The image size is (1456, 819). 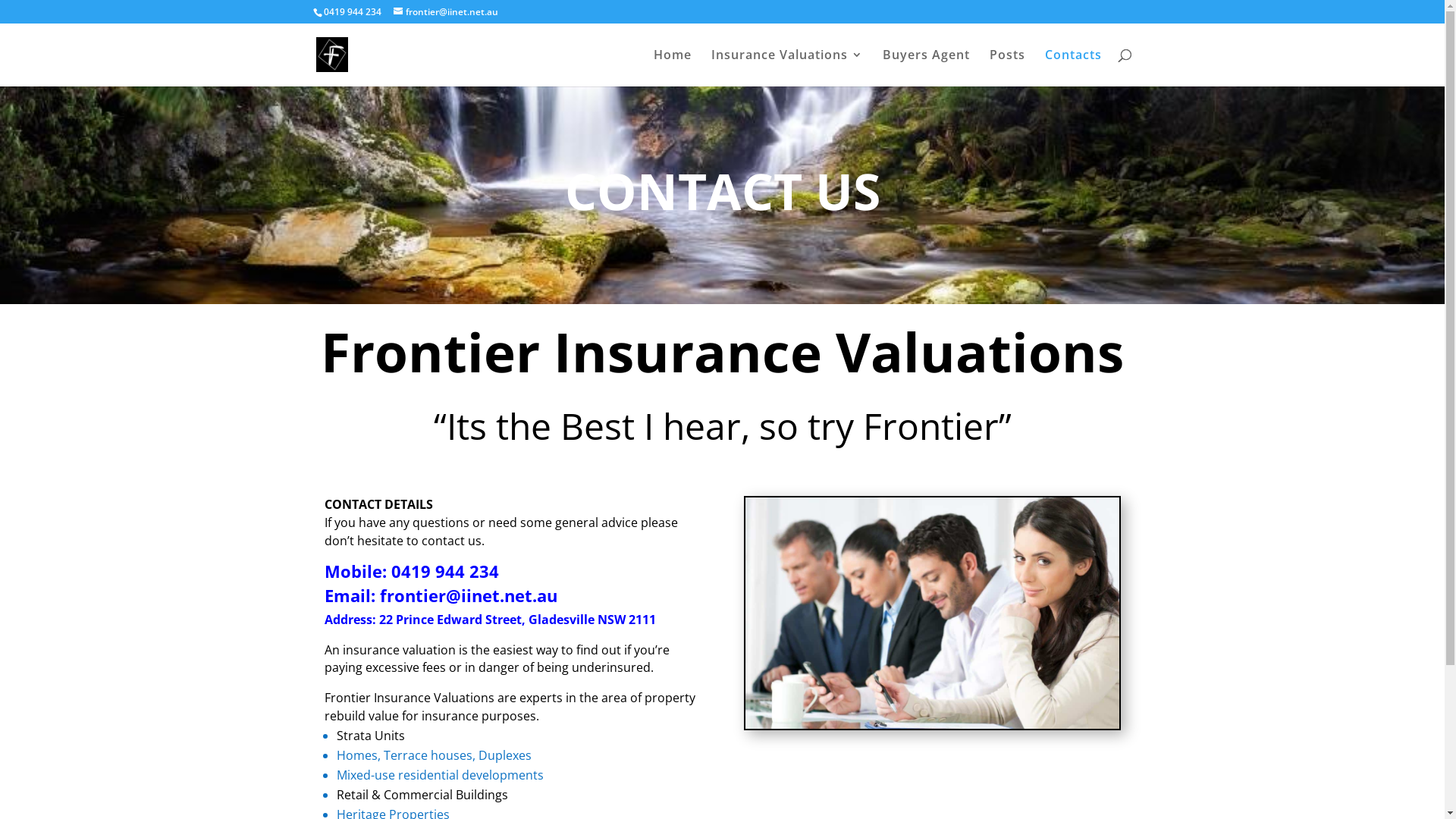 I want to click on 'Posts', so click(x=1006, y=67).